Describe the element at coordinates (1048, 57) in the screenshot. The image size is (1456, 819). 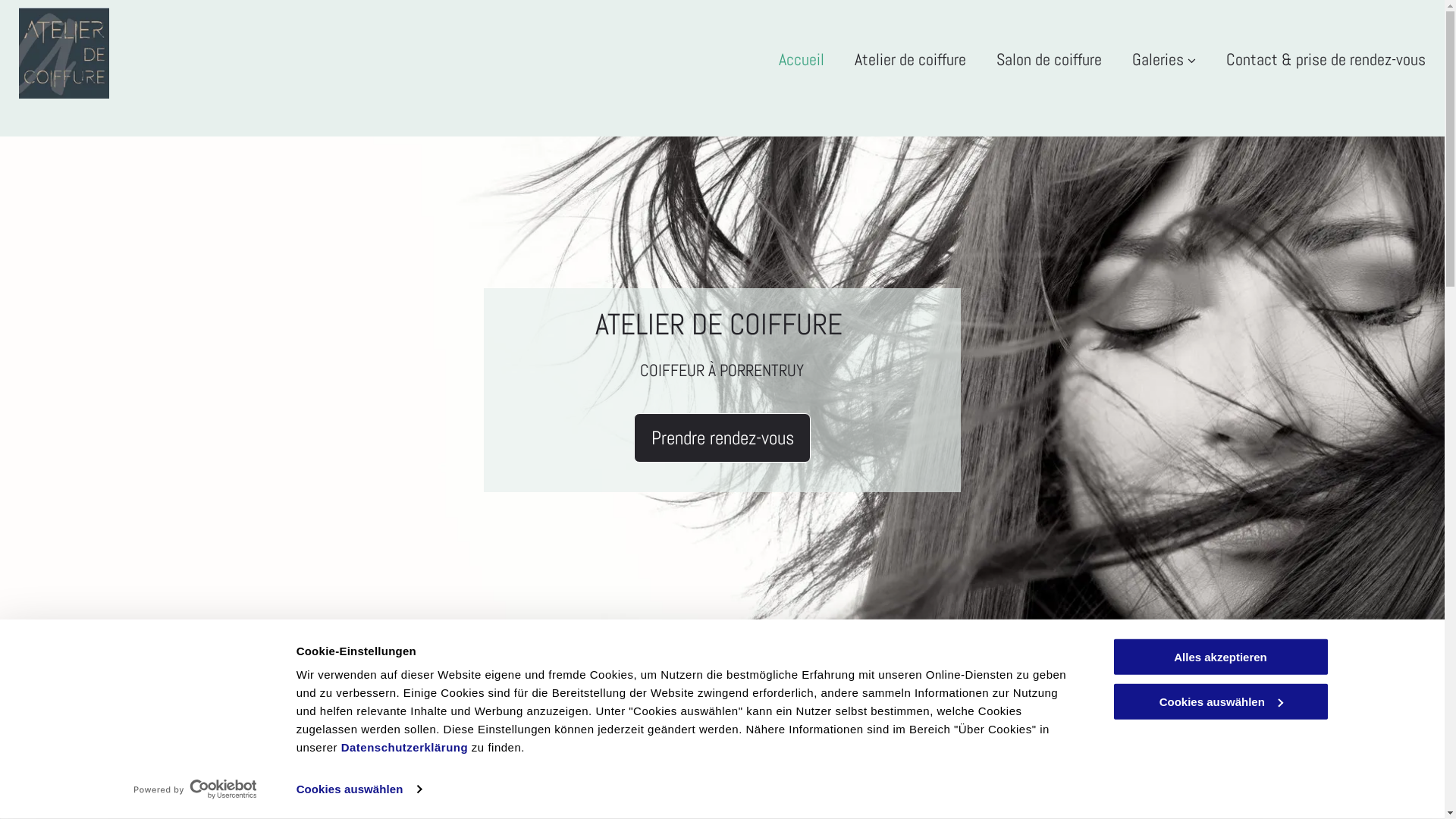
I see `'Salon de coiffure'` at that location.